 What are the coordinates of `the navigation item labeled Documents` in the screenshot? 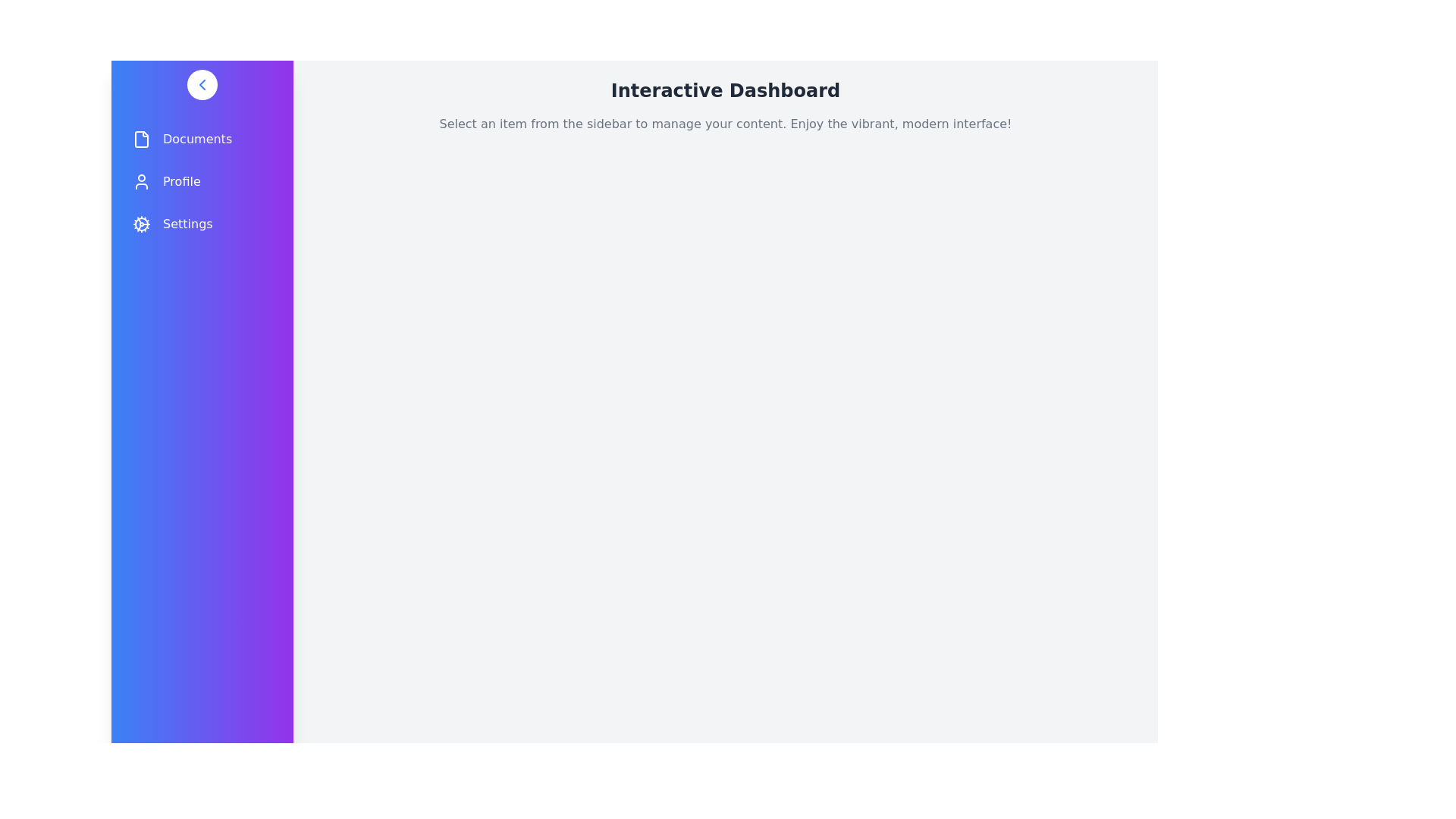 It's located at (202, 140).